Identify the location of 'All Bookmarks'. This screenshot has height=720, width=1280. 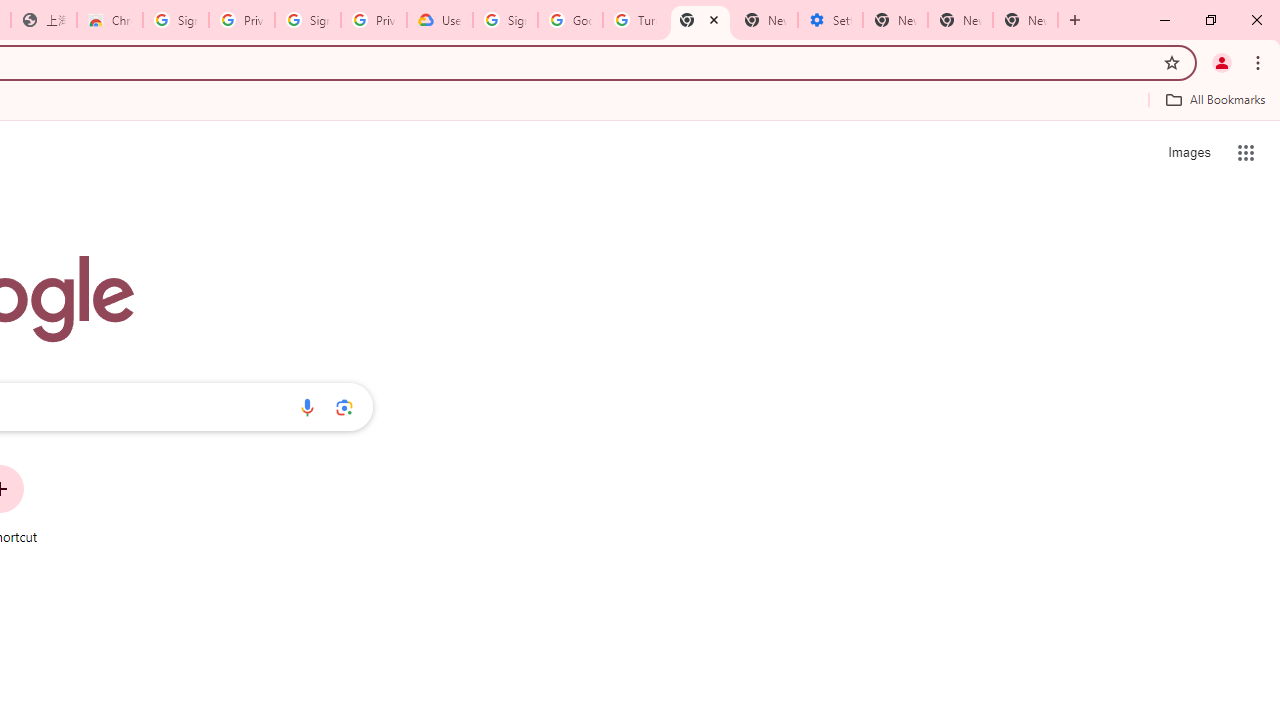
(1214, 99).